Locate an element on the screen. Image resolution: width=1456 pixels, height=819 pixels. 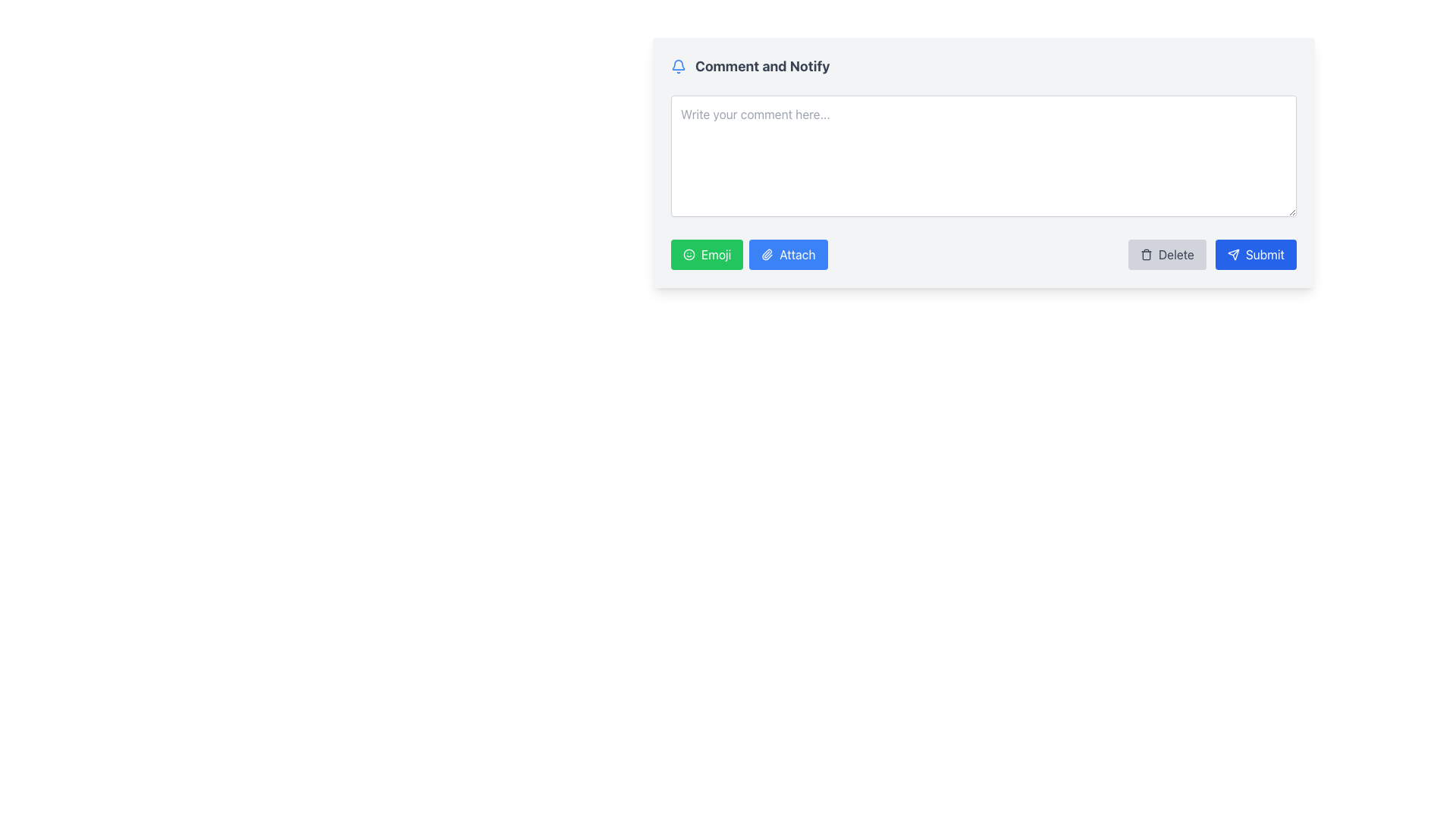
the decorative icon that visually represents emojis, located at the leftmost side of the 'Emoji' button is located at coordinates (688, 253).